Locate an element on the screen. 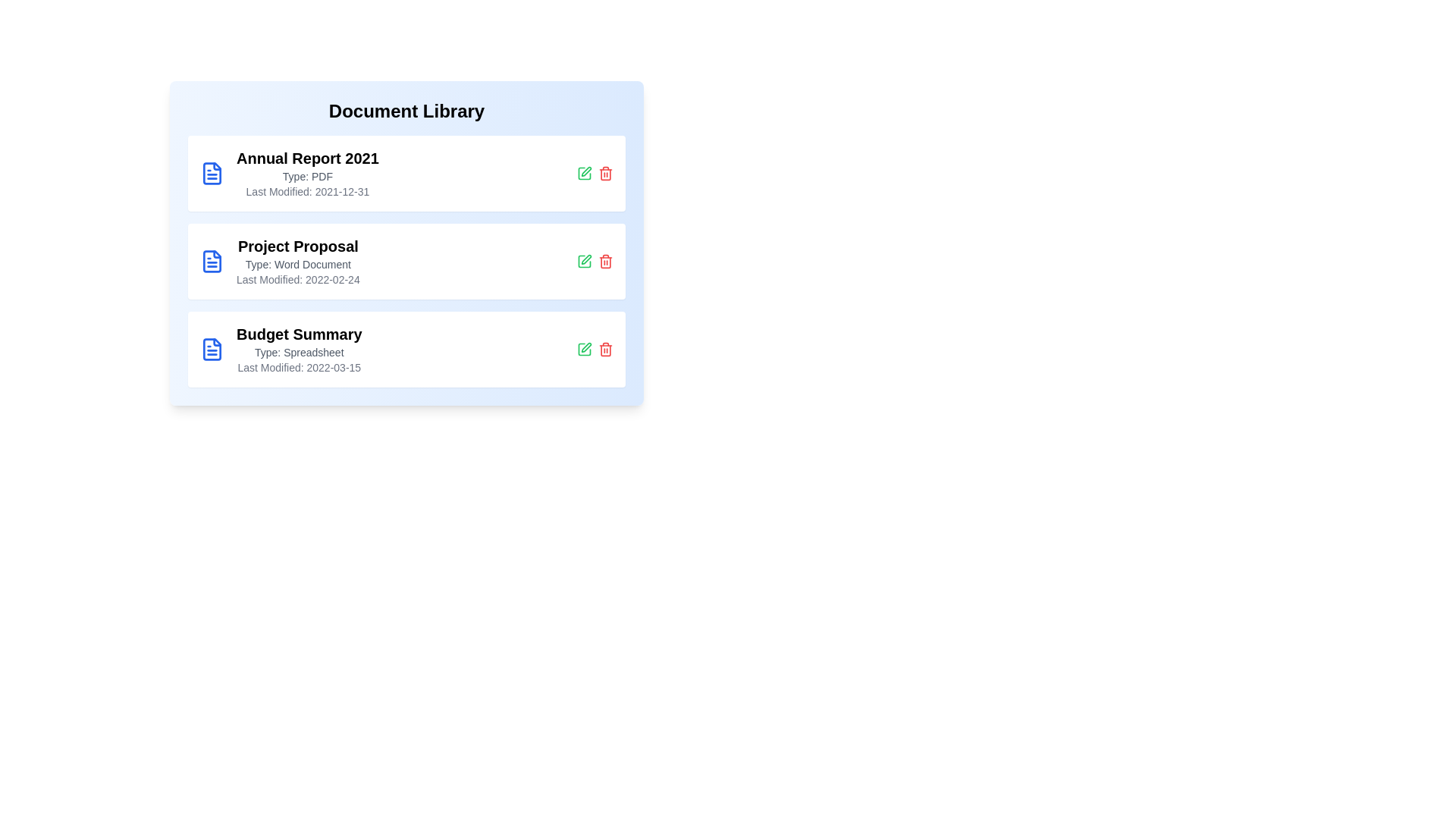  the document entry for Budget Summary to view its details is located at coordinates (406, 350).